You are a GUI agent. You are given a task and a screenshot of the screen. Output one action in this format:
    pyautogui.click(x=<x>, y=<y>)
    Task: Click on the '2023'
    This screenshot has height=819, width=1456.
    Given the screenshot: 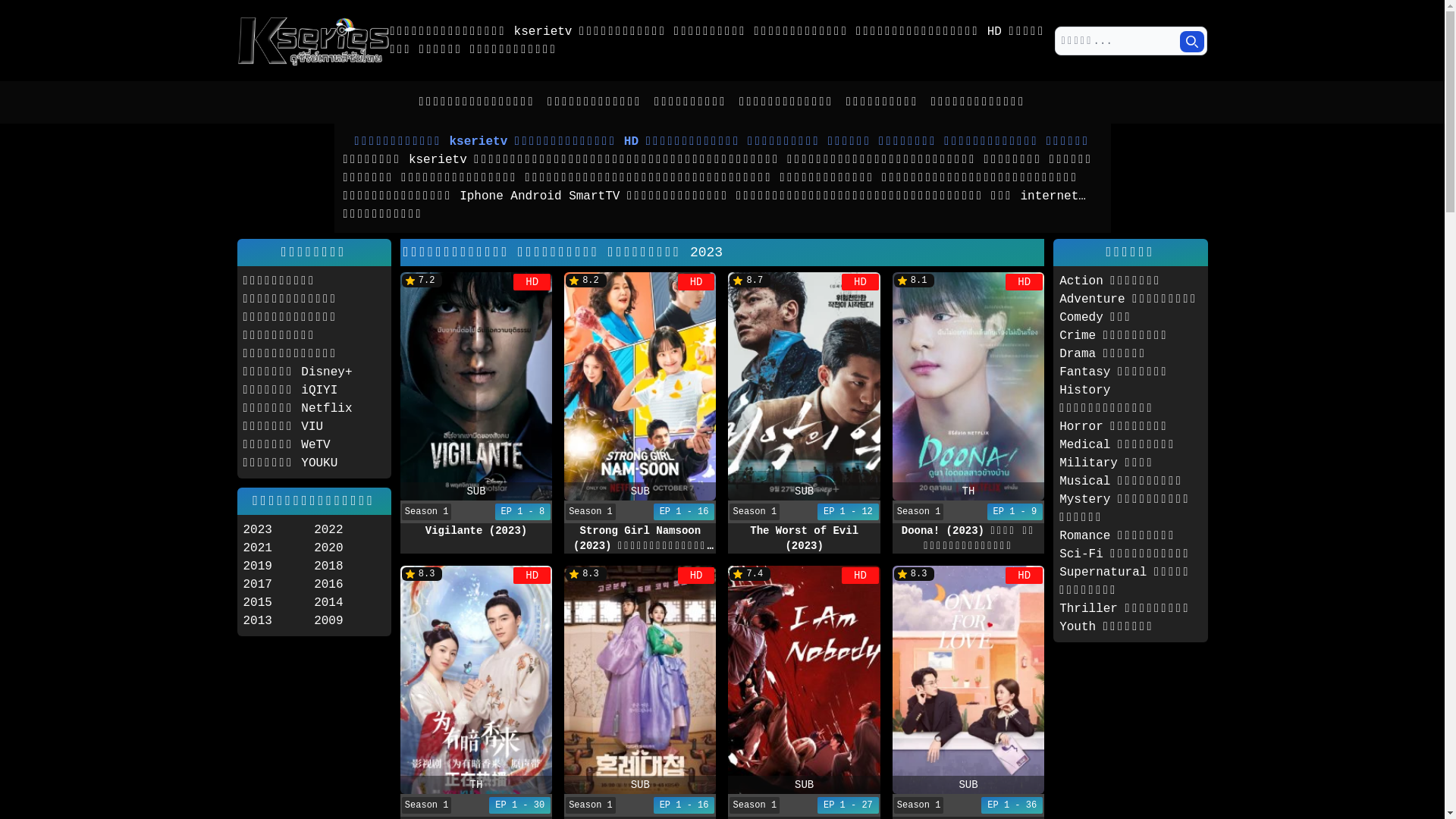 What is the action you would take?
    pyautogui.click(x=243, y=529)
    